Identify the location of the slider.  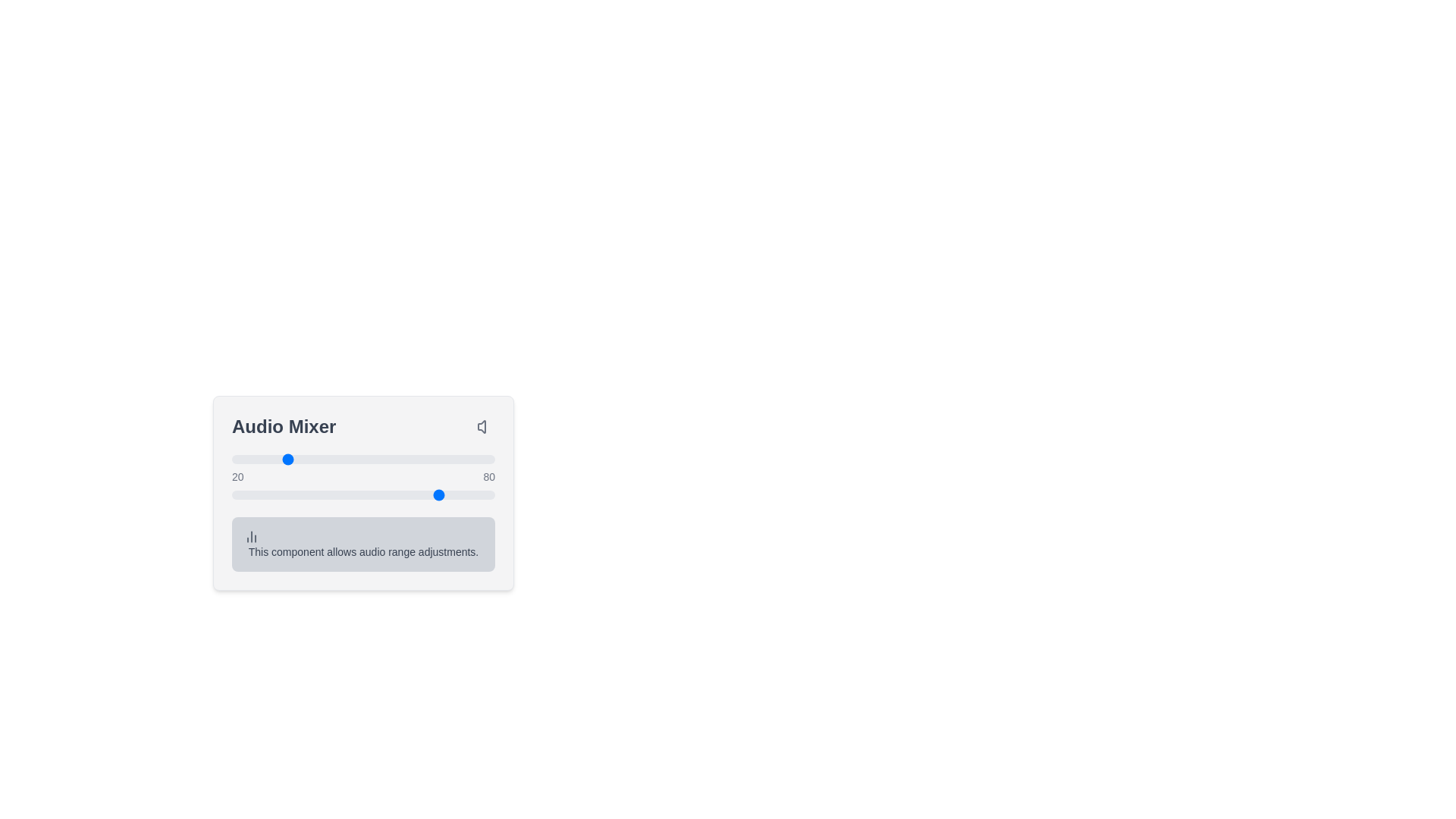
(295, 458).